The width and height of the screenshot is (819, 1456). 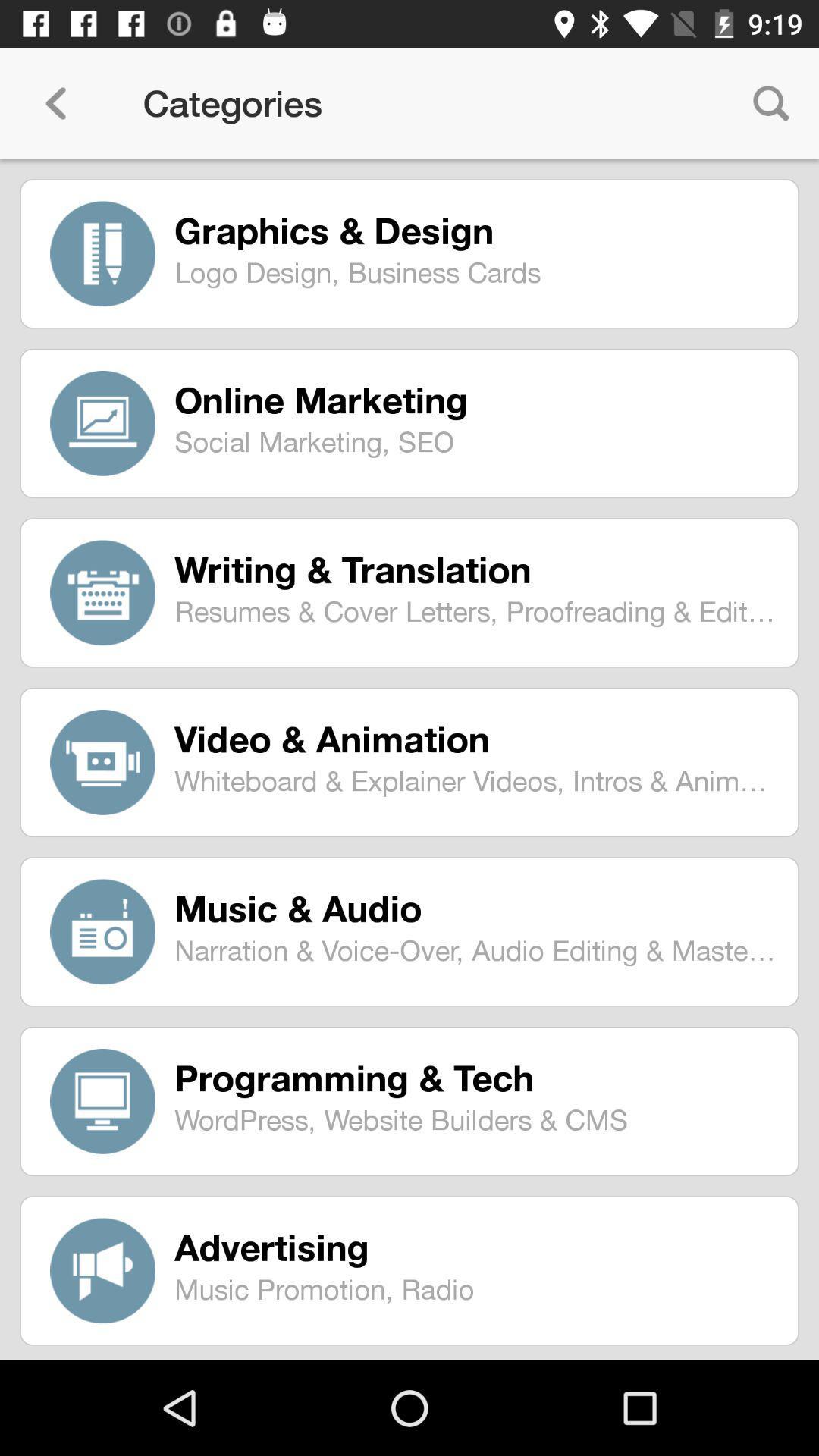 I want to click on item next to categories icon, so click(x=55, y=102).